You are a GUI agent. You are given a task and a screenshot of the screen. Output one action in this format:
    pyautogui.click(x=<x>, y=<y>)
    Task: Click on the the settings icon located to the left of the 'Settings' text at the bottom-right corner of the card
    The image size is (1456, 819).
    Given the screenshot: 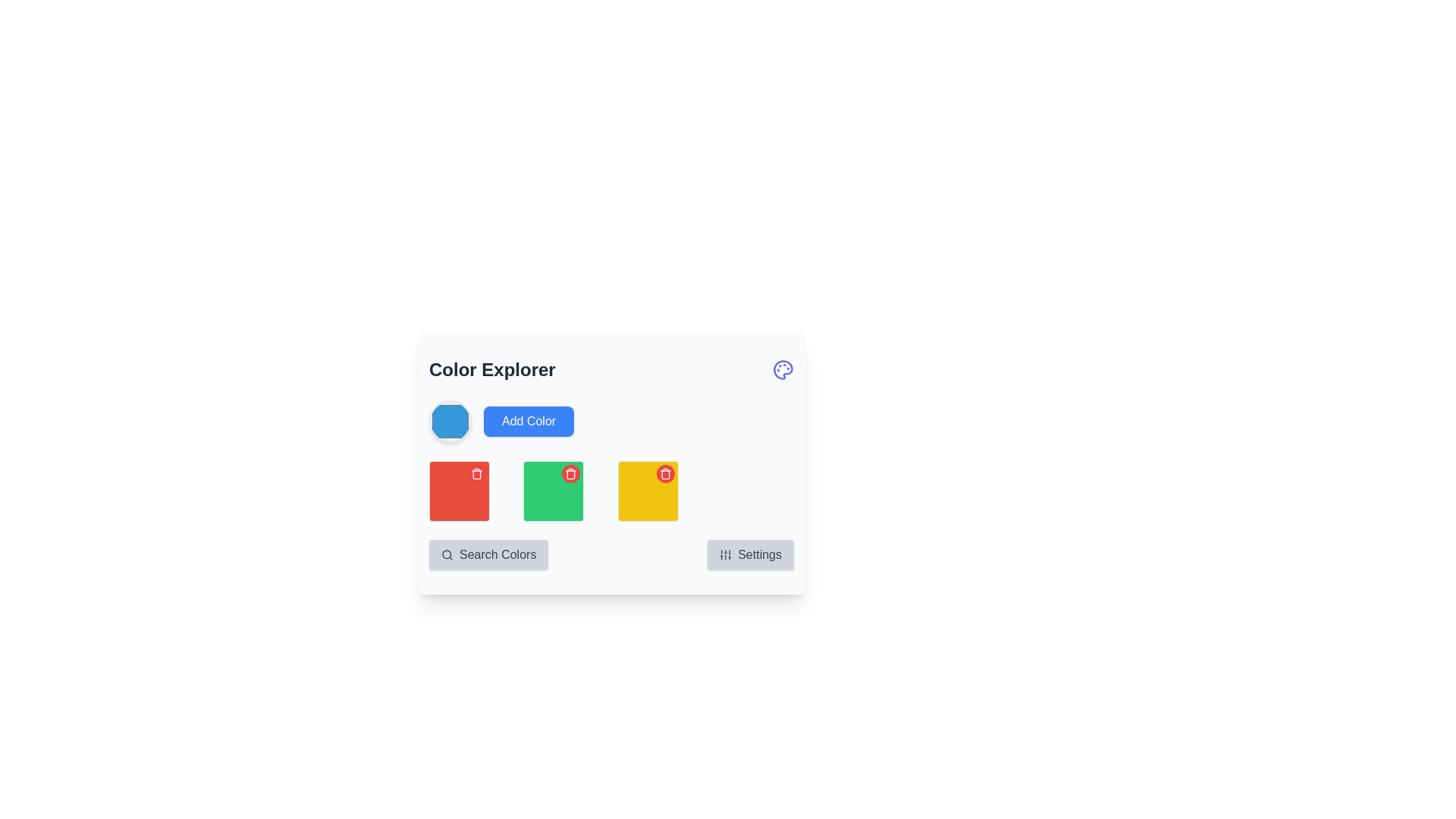 What is the action you would take?
    pyautogui.click(x=725, y=555)
    